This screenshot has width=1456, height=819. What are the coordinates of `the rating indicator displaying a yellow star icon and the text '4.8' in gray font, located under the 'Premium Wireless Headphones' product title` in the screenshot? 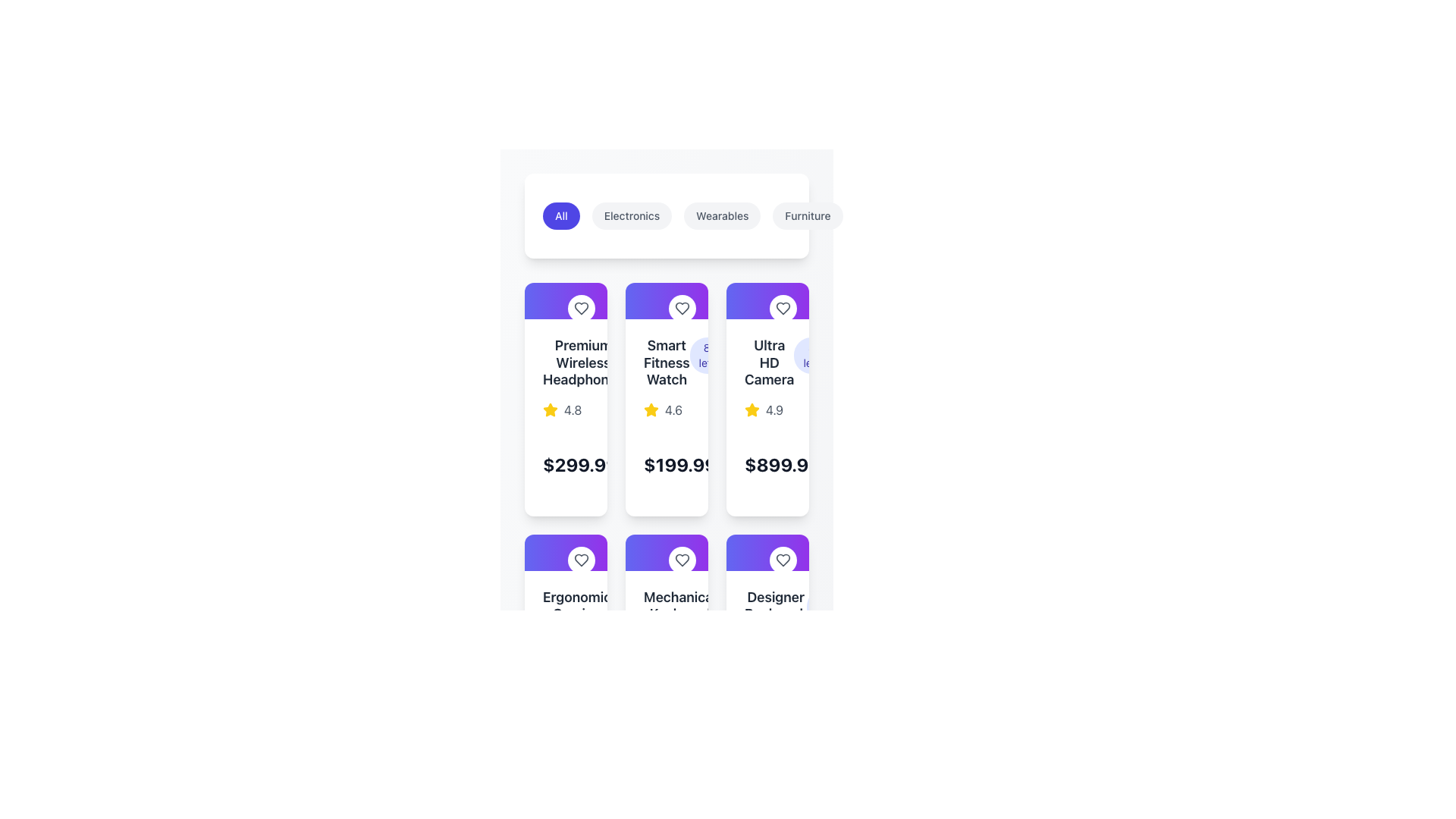 It's located at (565, 409).